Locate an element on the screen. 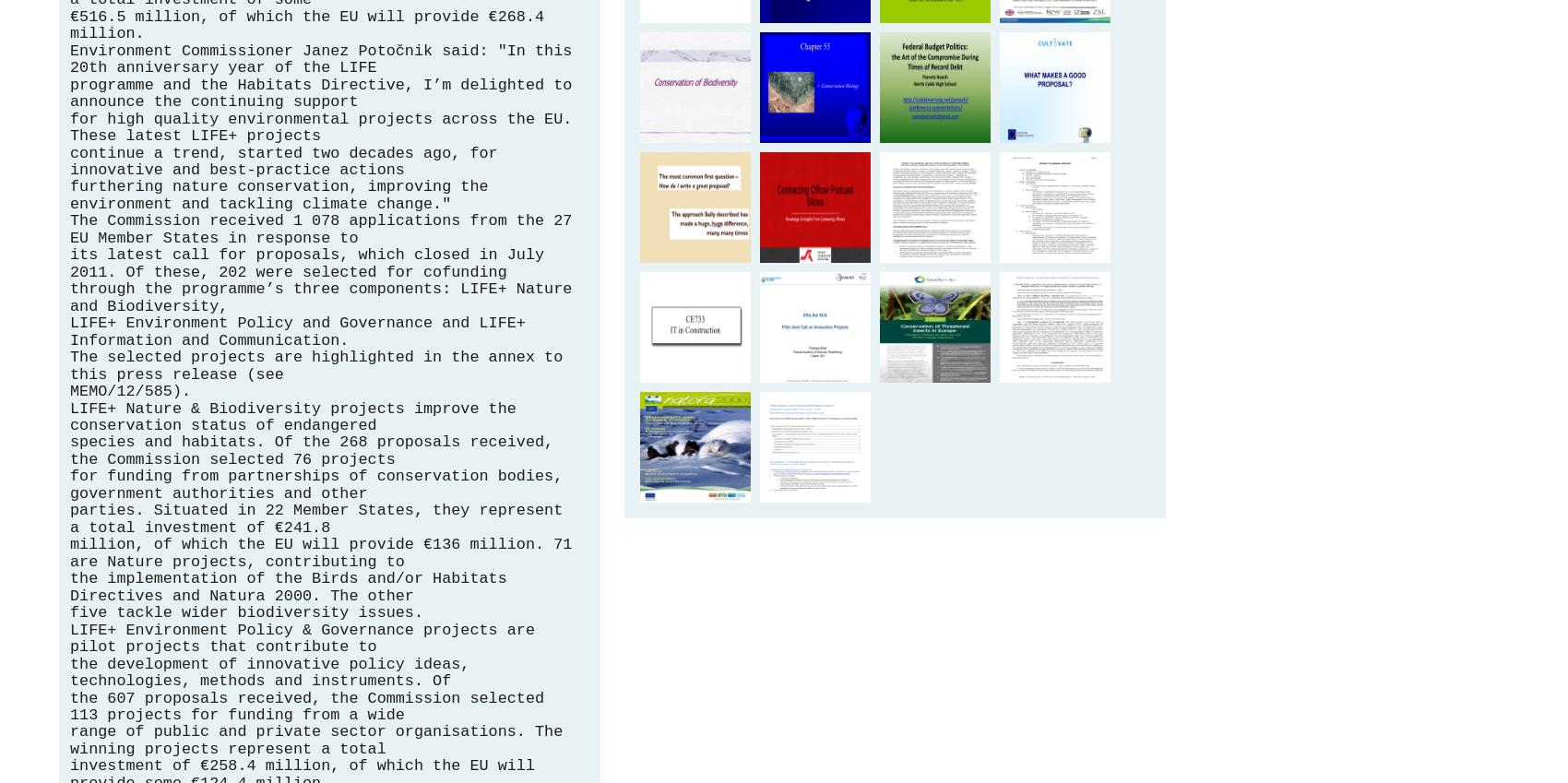 The image size is (1568, 783). 'proposal zone - Skyway Acquisition Solutions' is located at coordinates (780, 209).